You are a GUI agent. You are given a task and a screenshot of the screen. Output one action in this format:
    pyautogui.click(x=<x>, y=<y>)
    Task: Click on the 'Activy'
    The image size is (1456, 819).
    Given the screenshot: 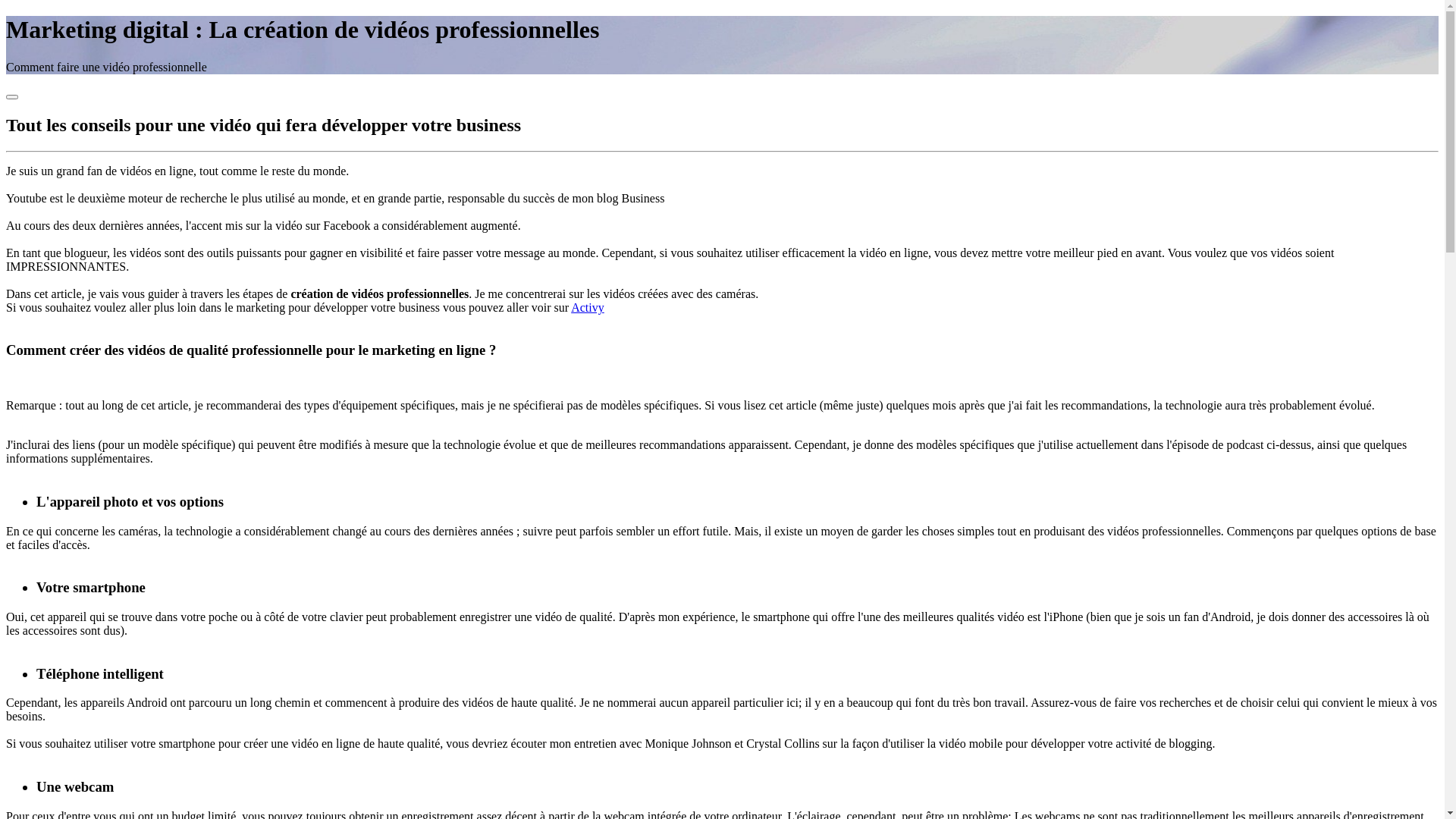 What is the action you would take?
    pyautogui.click(x=586, y=307)
    